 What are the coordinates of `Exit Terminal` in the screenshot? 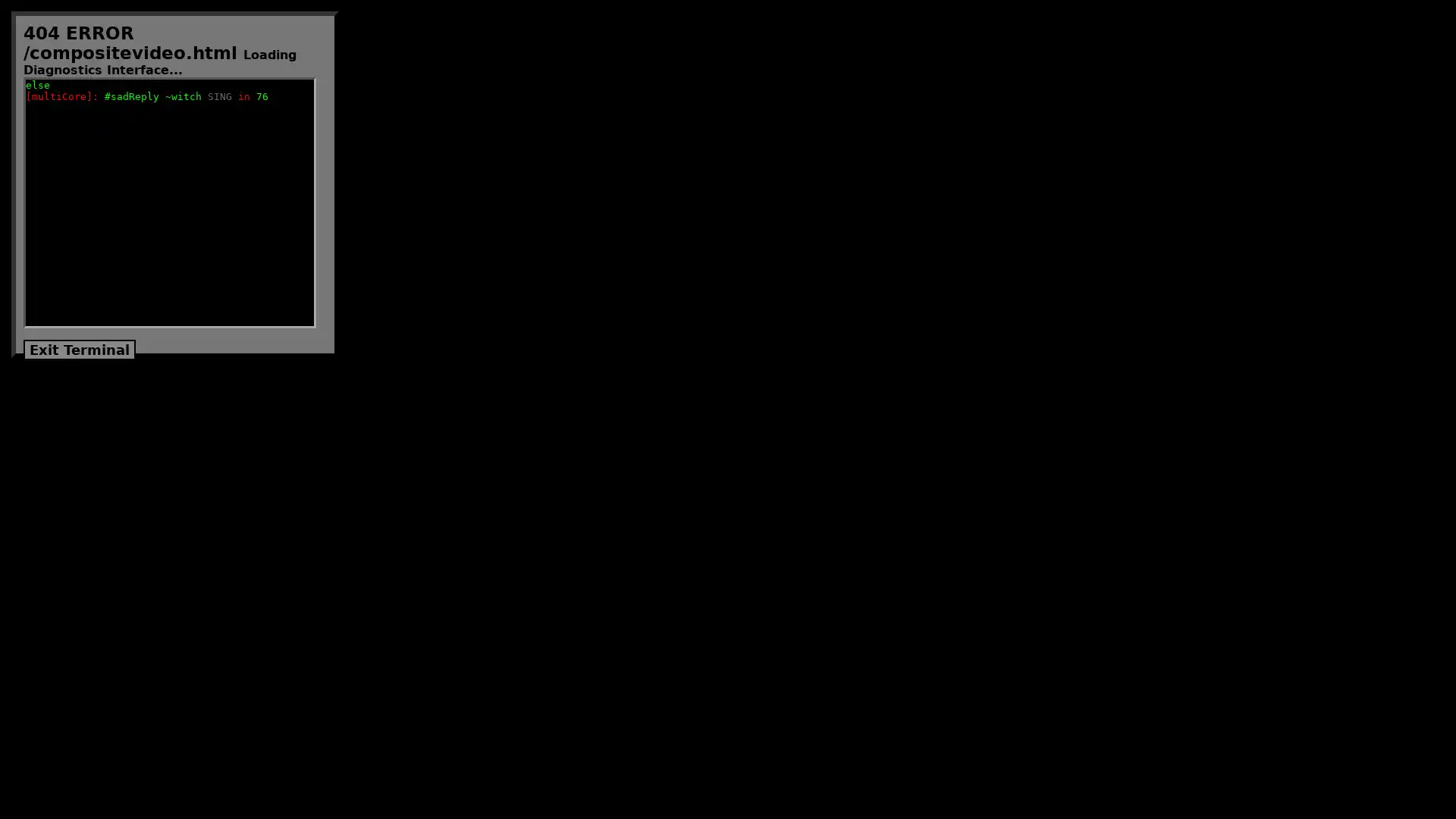 It's located at (79, 350).